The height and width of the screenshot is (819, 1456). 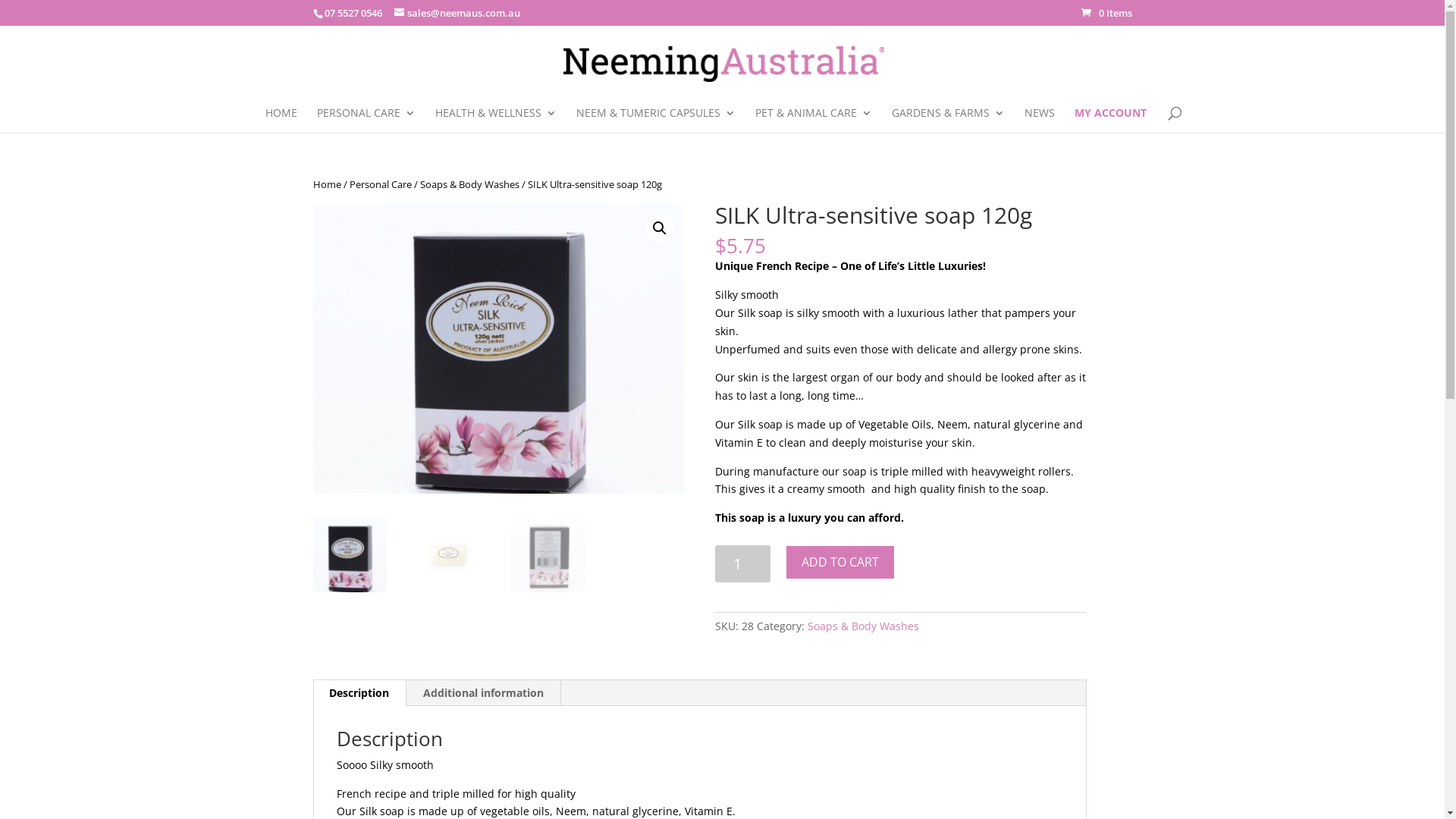 I want to click on 'Additional information', so click(x=482, y=693).